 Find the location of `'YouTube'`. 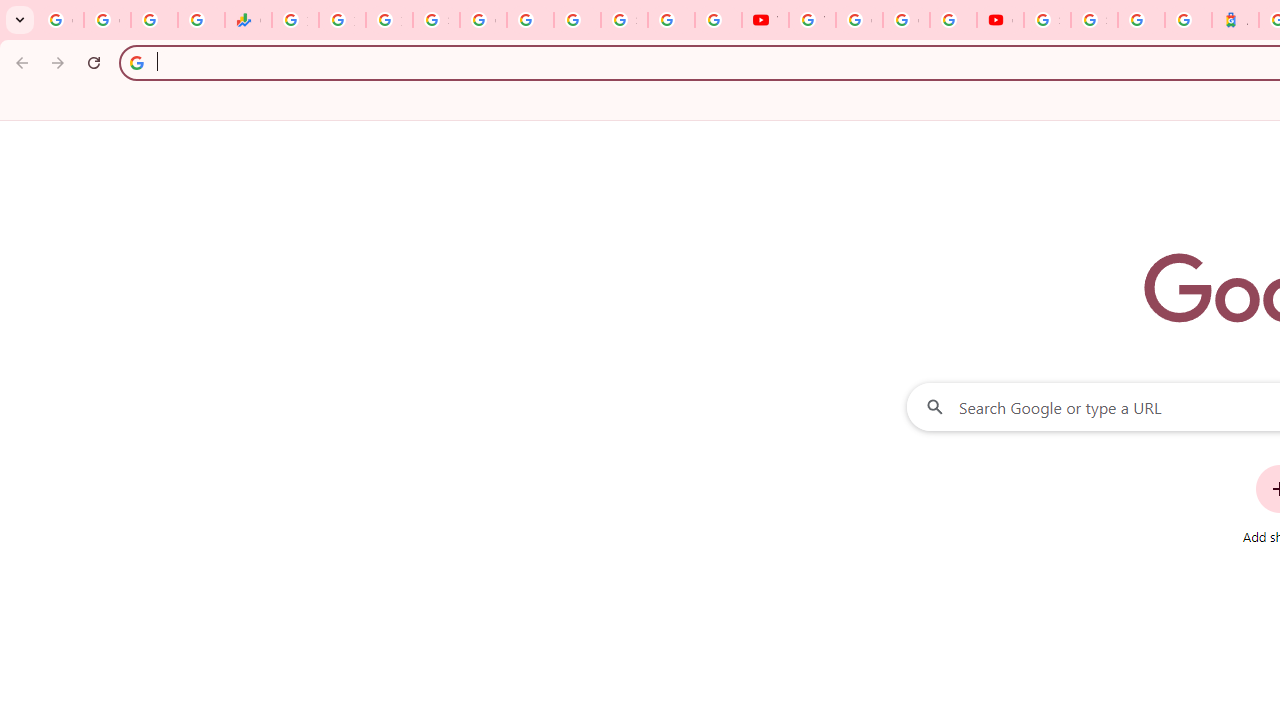

'YouTube' is located at coordinates (764, 20).